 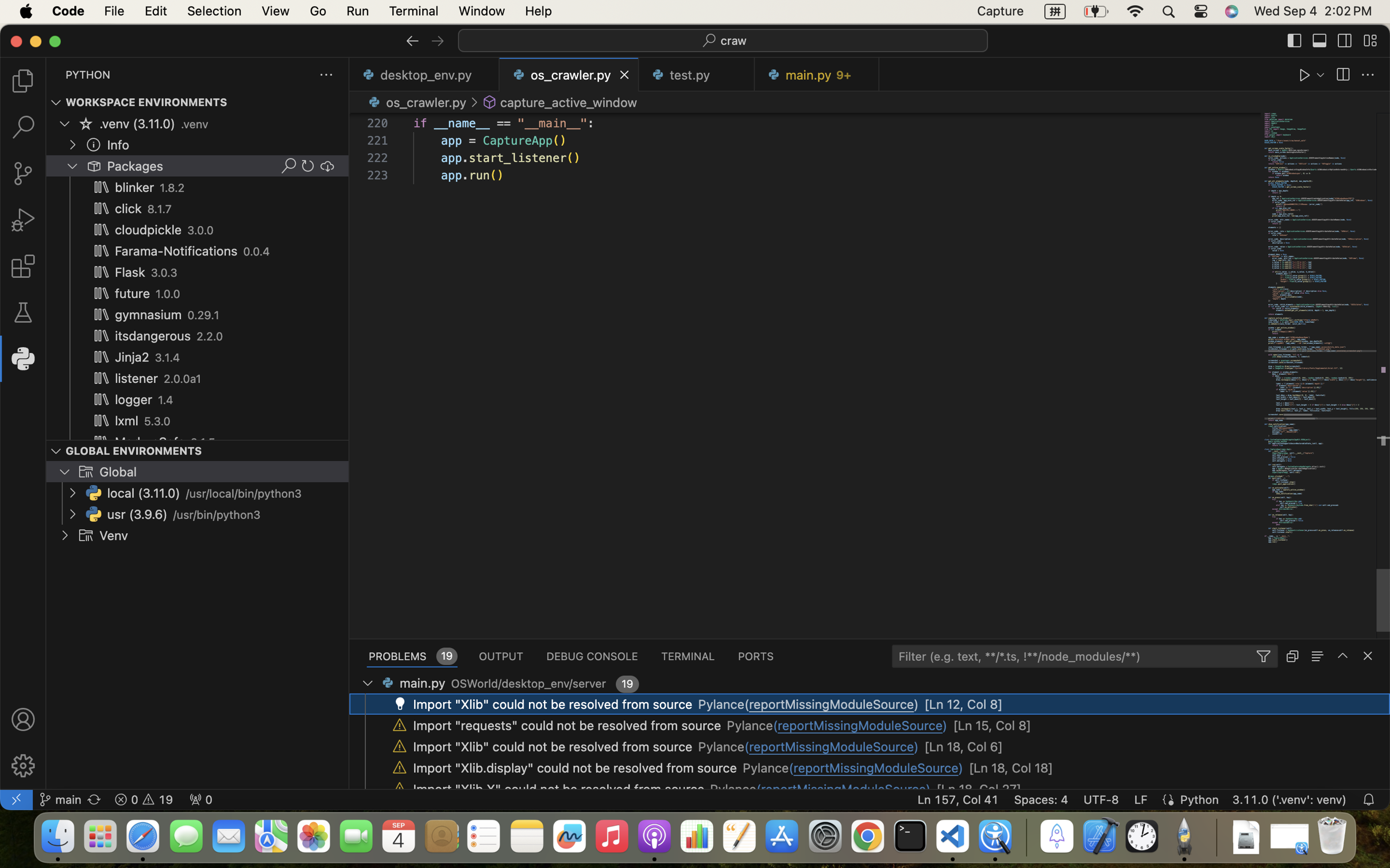 What do you see at coordinates (1011, 767) in the screenshot?
I see `'[Ln 18, Col 18]'` at bounding box center [1011, 767].